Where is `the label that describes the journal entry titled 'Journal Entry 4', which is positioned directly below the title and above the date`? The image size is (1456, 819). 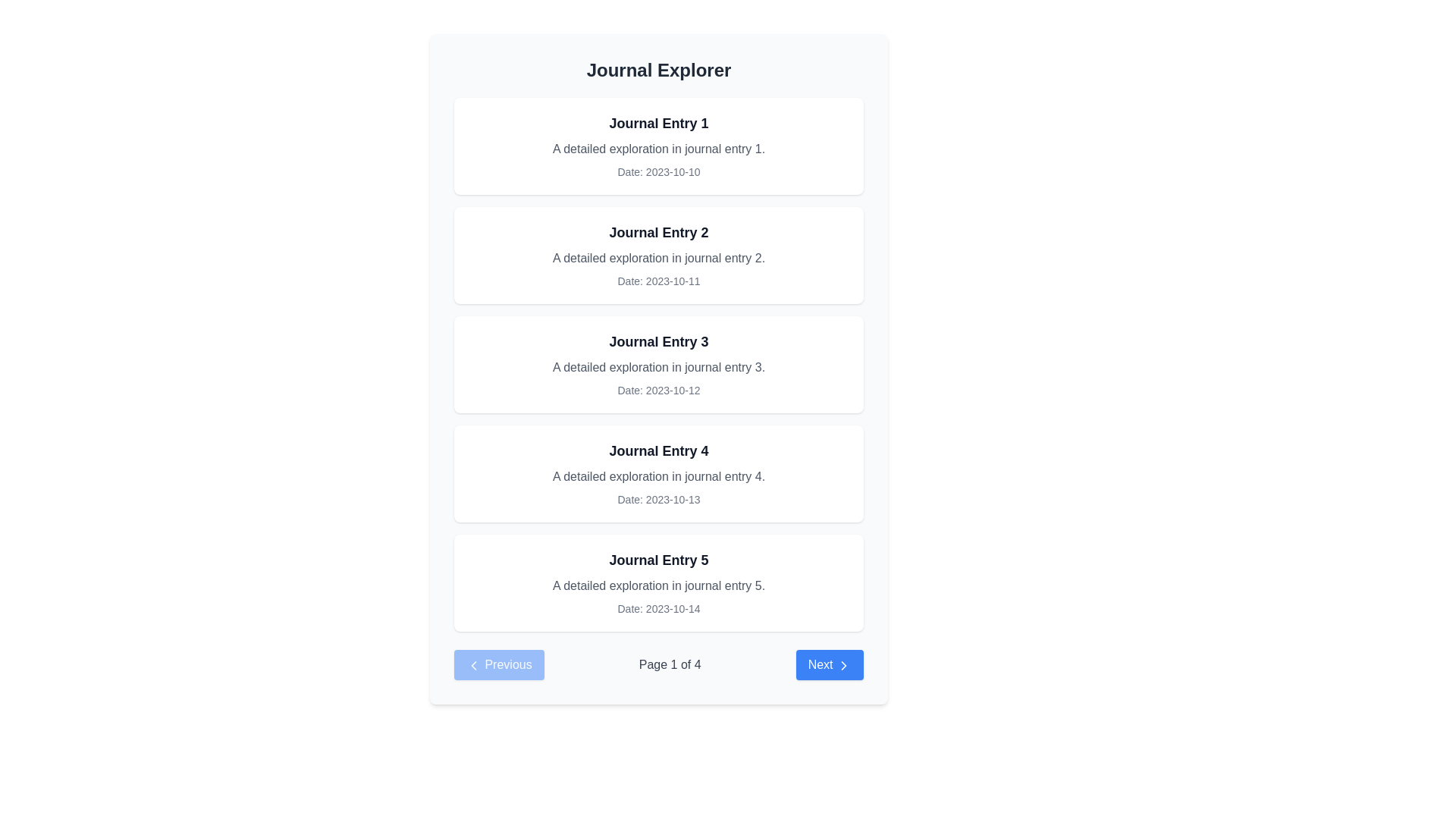
the label that describes the journal entry titled 'Journal Entry 4', which is positioned directly below the title and above the date is located at coordinates (658, 475).